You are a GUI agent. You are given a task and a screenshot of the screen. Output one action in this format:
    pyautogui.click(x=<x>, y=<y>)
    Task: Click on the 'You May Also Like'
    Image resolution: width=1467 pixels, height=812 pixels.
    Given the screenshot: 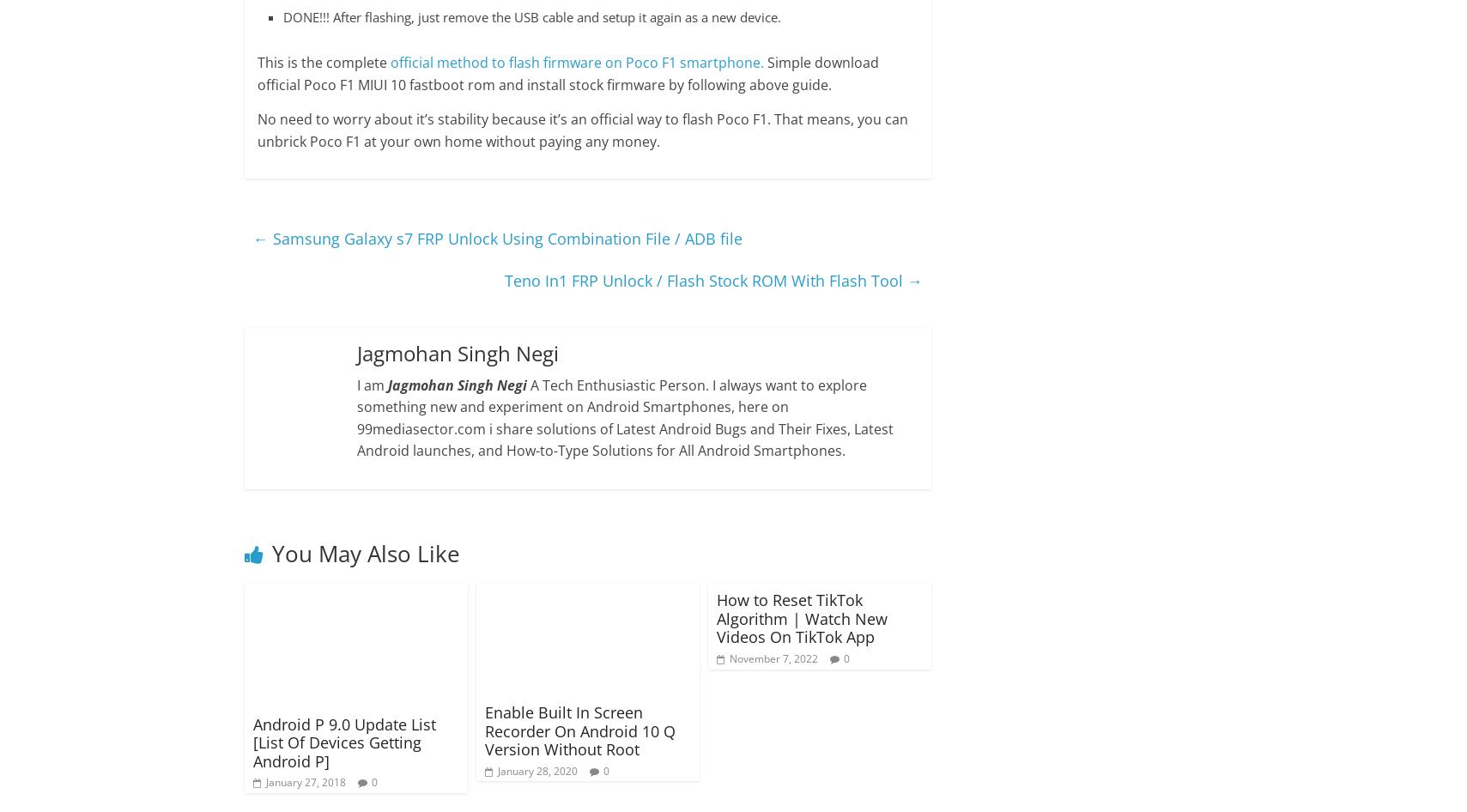 What is the action you would take?
    pyautogui.click(x=364, y=553)
    